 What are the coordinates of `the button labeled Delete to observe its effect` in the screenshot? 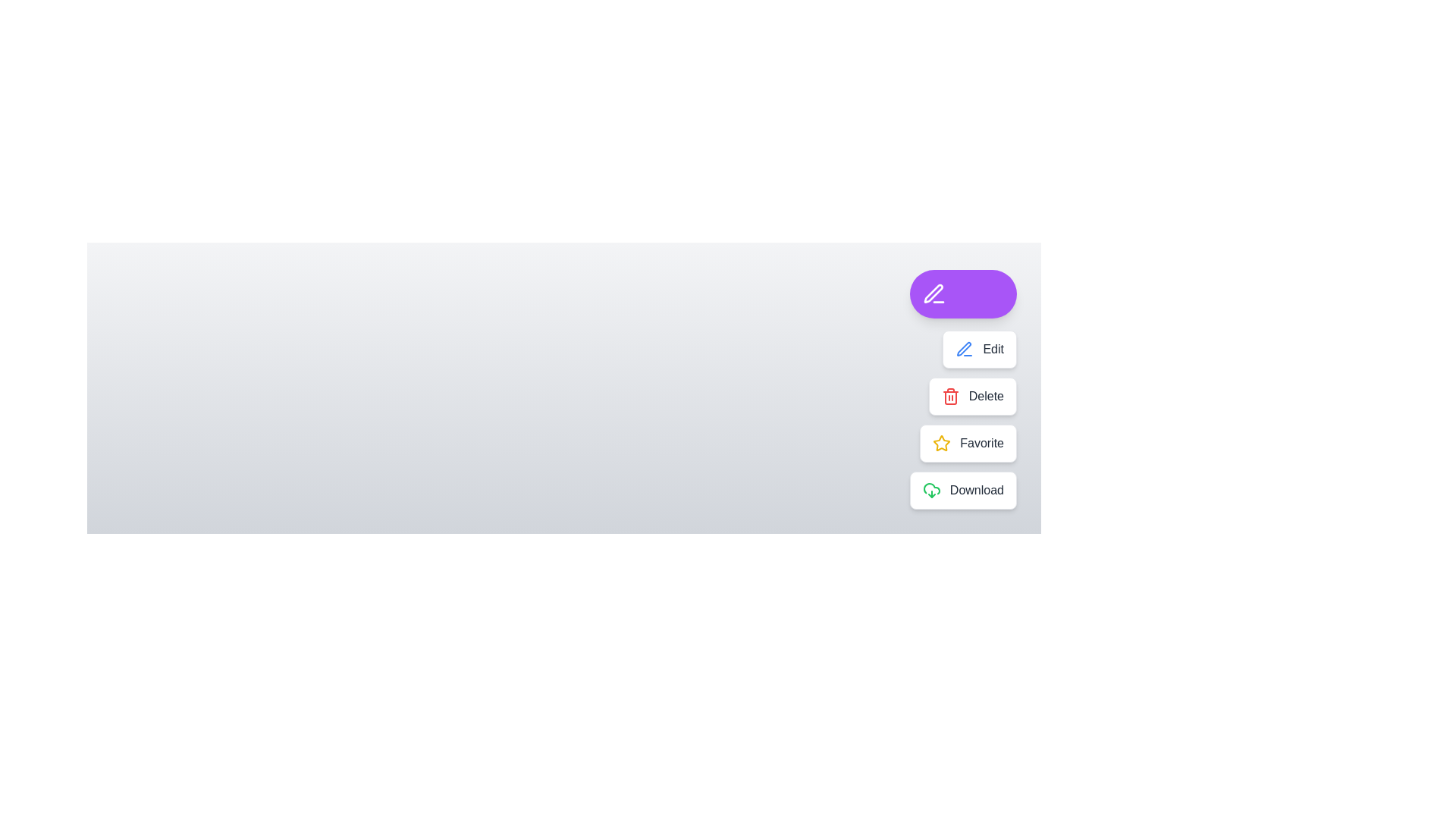 It's located at (971, 396).